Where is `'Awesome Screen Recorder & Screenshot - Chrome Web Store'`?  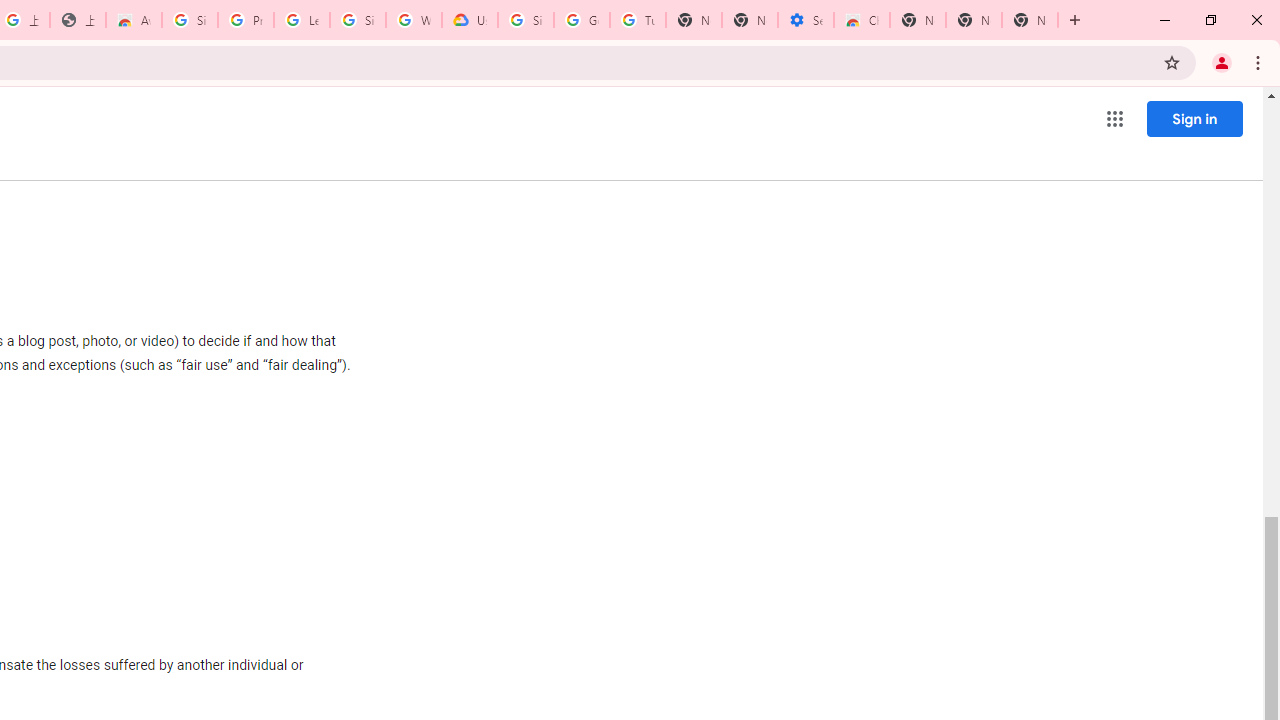 'Awesome Screen Recorder & Screenshot - Chrome Web Store' is located at coordinates (133, 20).